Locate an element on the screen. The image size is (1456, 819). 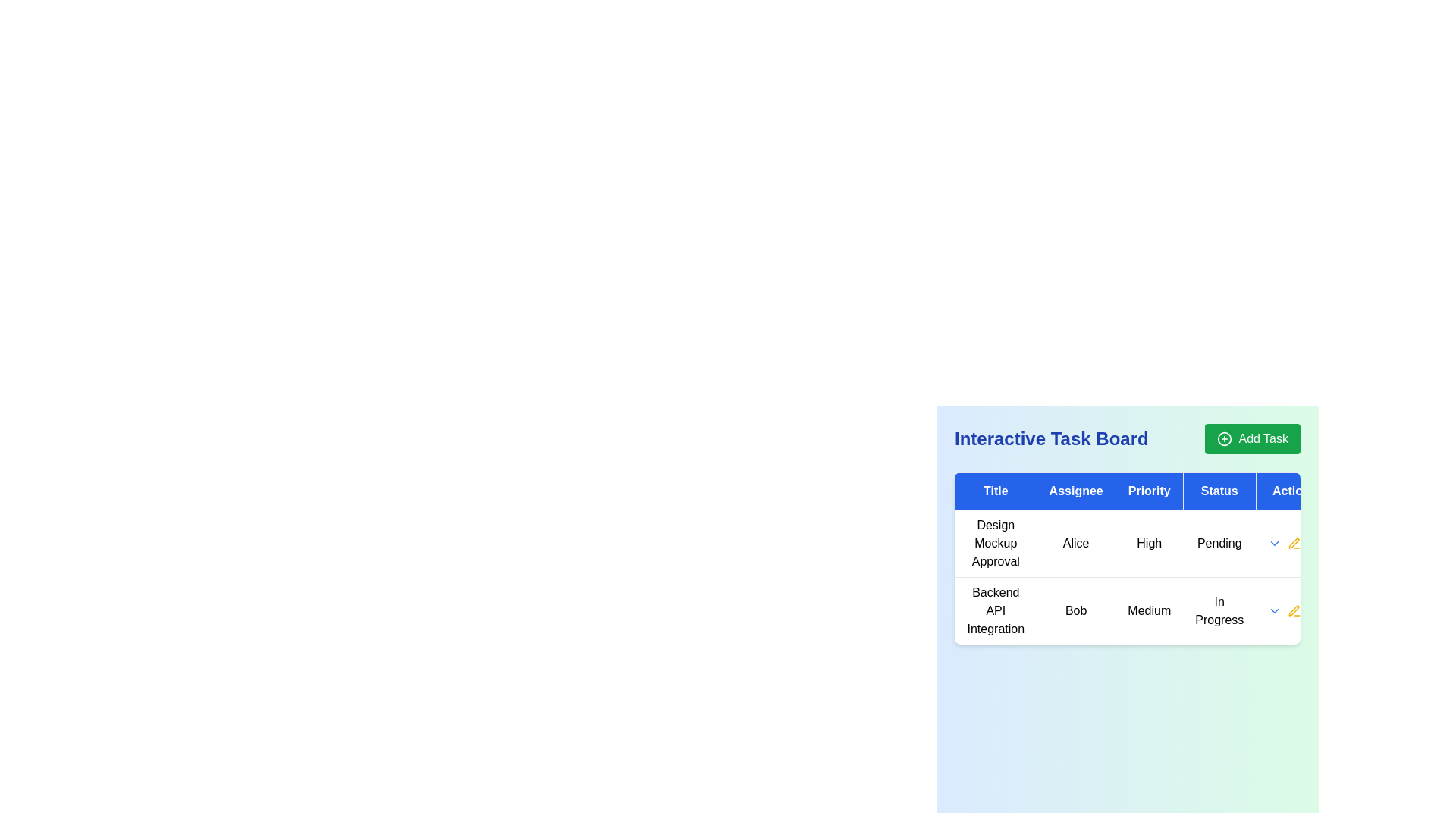
the icon in the 'Actions' column corresponding to the 'Design Mockup Approval' task is located at coordinates (1294, 543).